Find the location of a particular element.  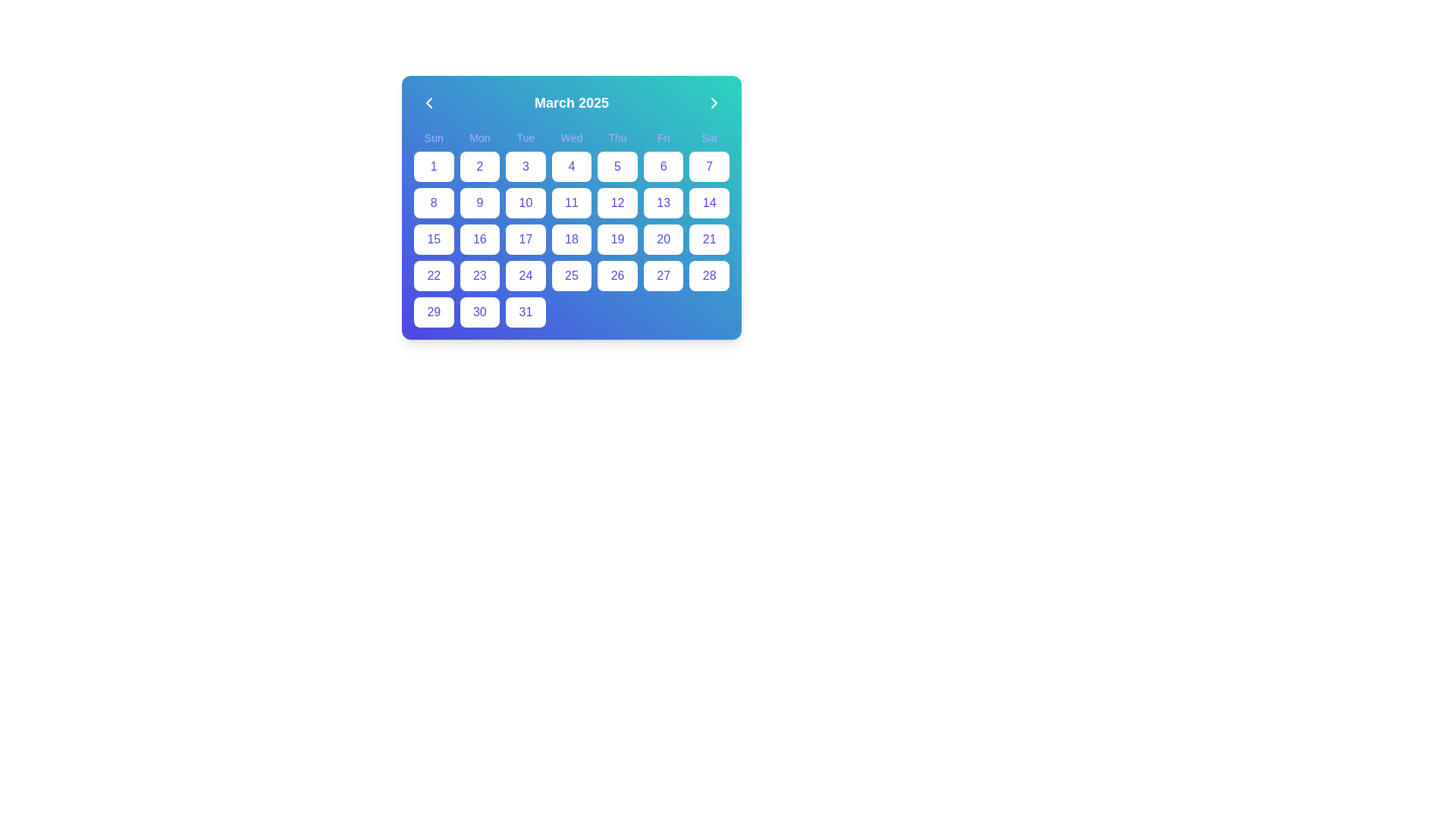

the calendar day cell displaying the number '21' in indigo text, located in the fourth row and seventh column of the calendar grid is located at coordinates (708, 239).